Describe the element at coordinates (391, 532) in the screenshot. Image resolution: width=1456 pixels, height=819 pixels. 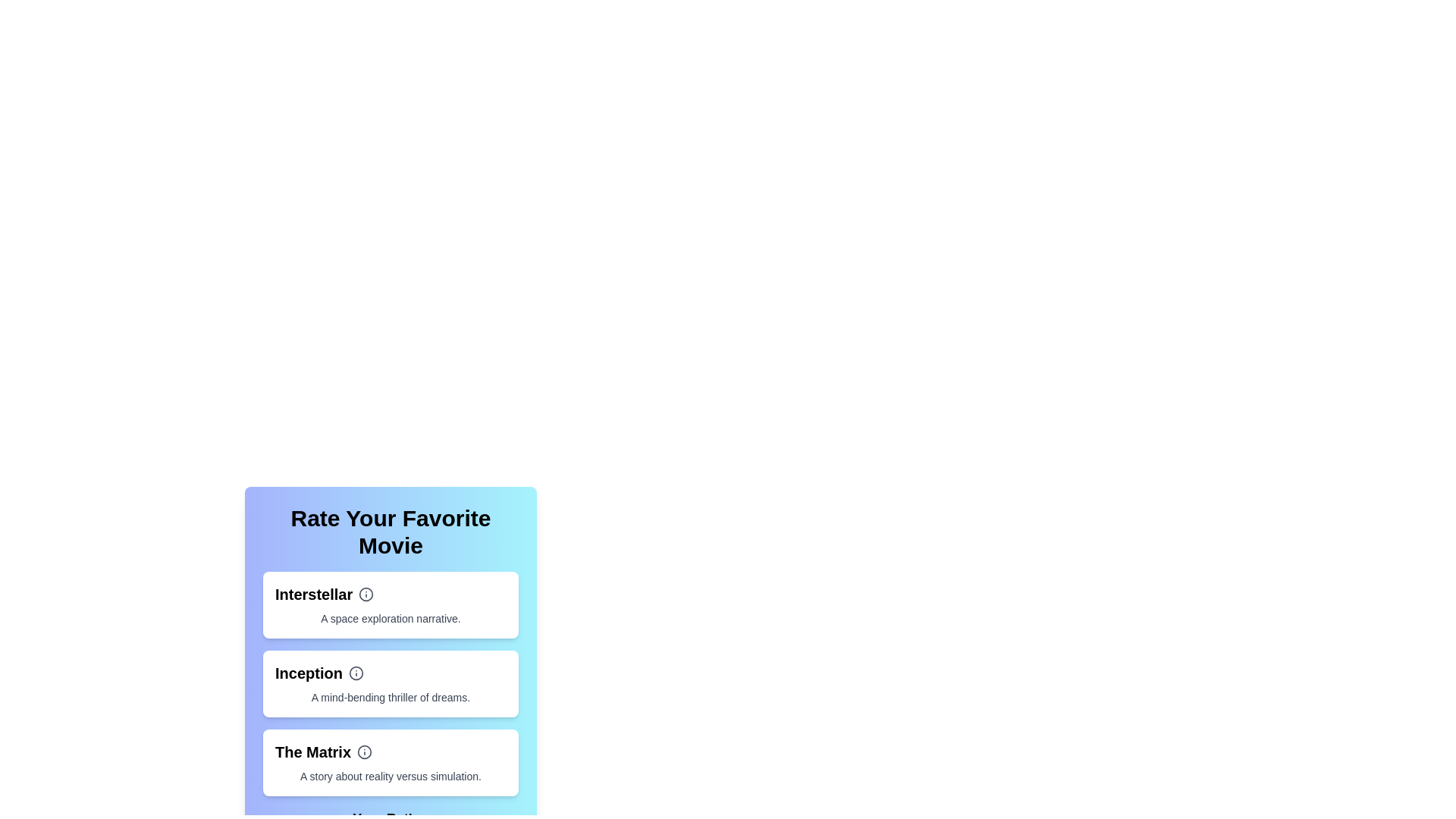
I see `text displayed in the Text Label that serves as the title or heading for the section about rating movies` at that location.